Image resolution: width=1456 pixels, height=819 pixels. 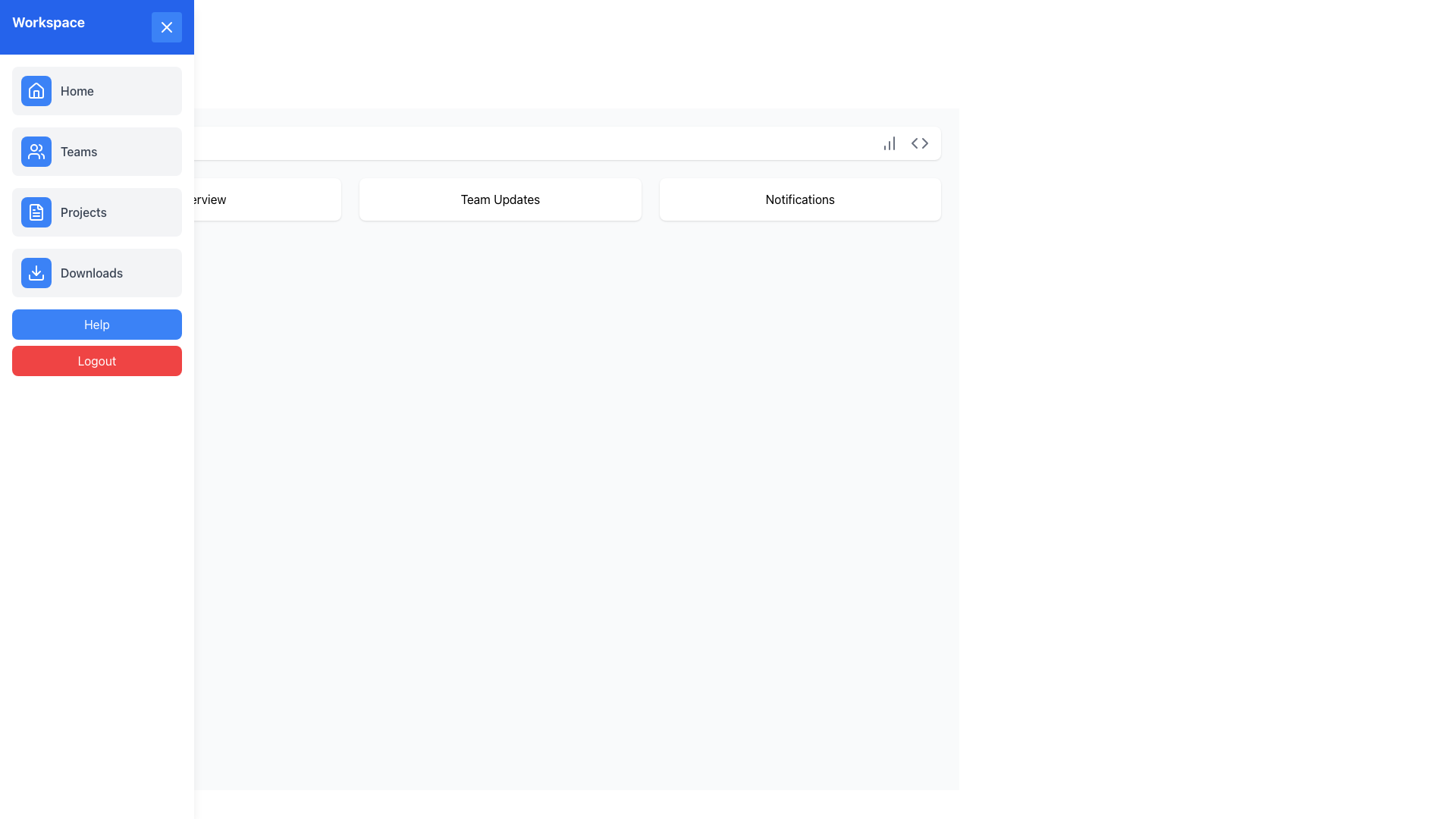 What do you see at coordinates (36, 271) in the screenshot?
I see `the download icon, which features a downward arrow and a rectangular base, located within the sidebar navigation menu under the 'Downloads' button to trigger a tooltip or visual feedback` at bounding box center [36, 271].